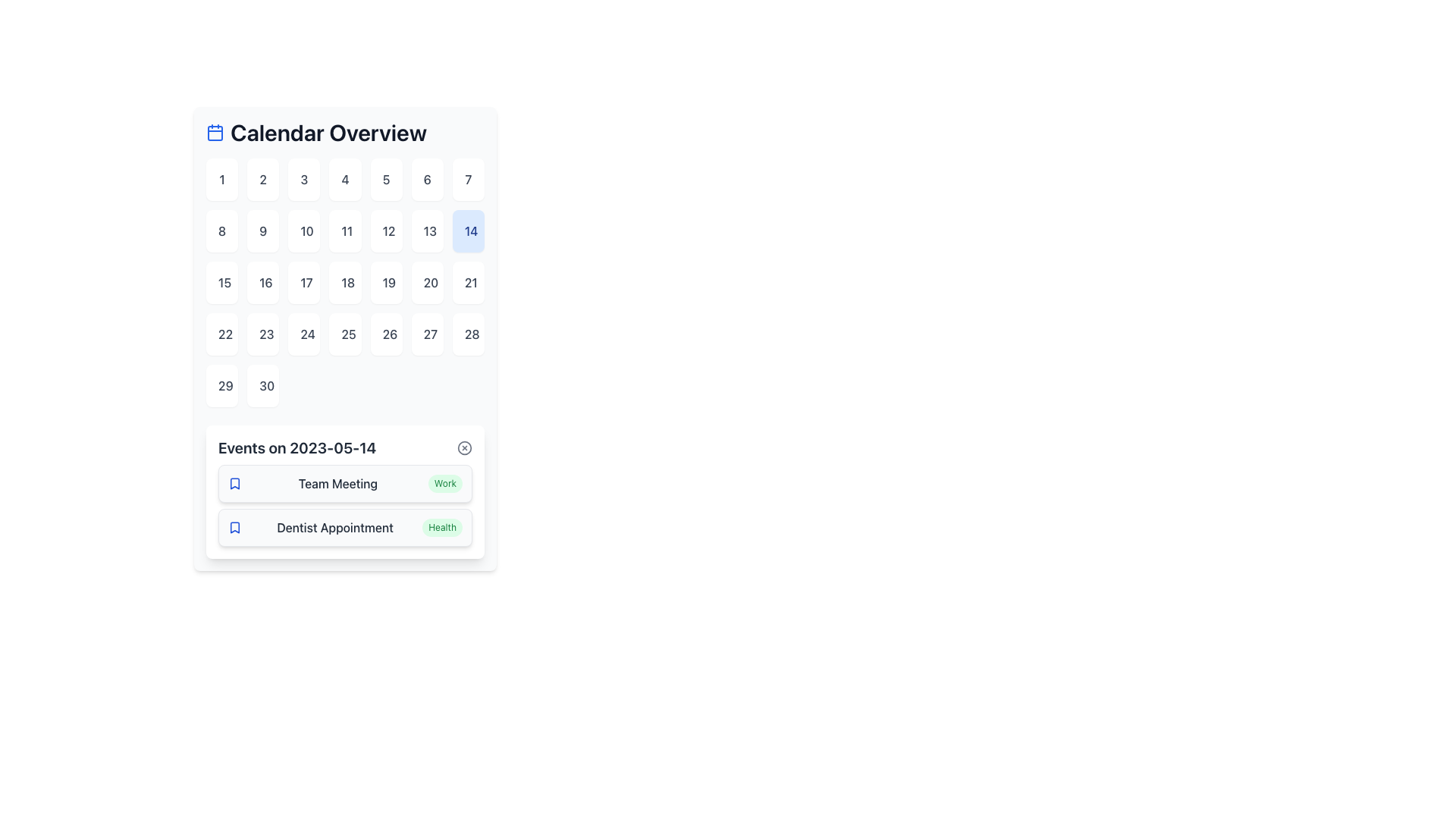  I want to click on the calendar icon element, which is a rounded rectangle with no internal content, located near the top-left corner of the interface, so click(214, 133).